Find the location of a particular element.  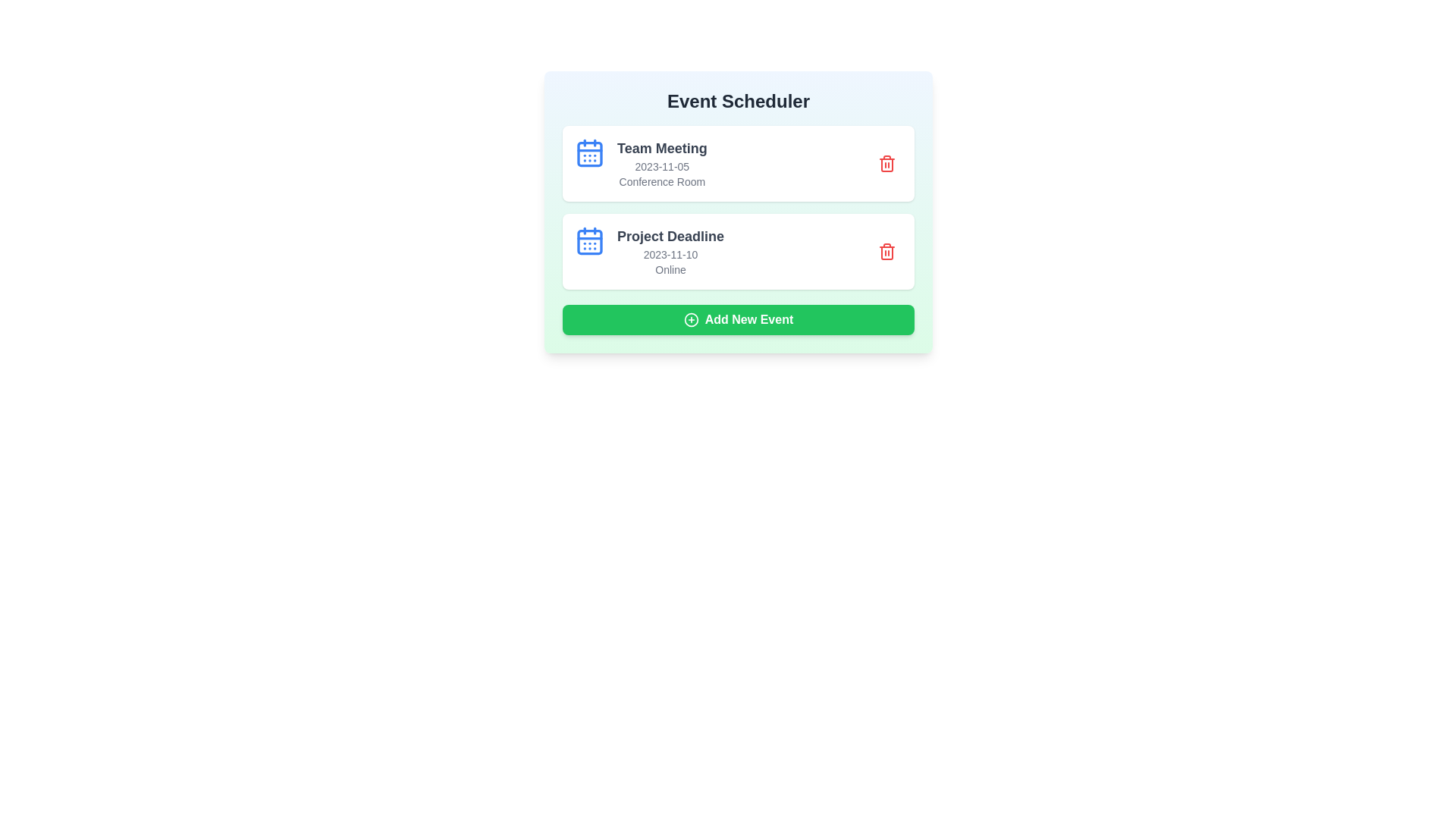

delete icon next to the event named Project Deadline to remove it is located at coordinates (887, 250).